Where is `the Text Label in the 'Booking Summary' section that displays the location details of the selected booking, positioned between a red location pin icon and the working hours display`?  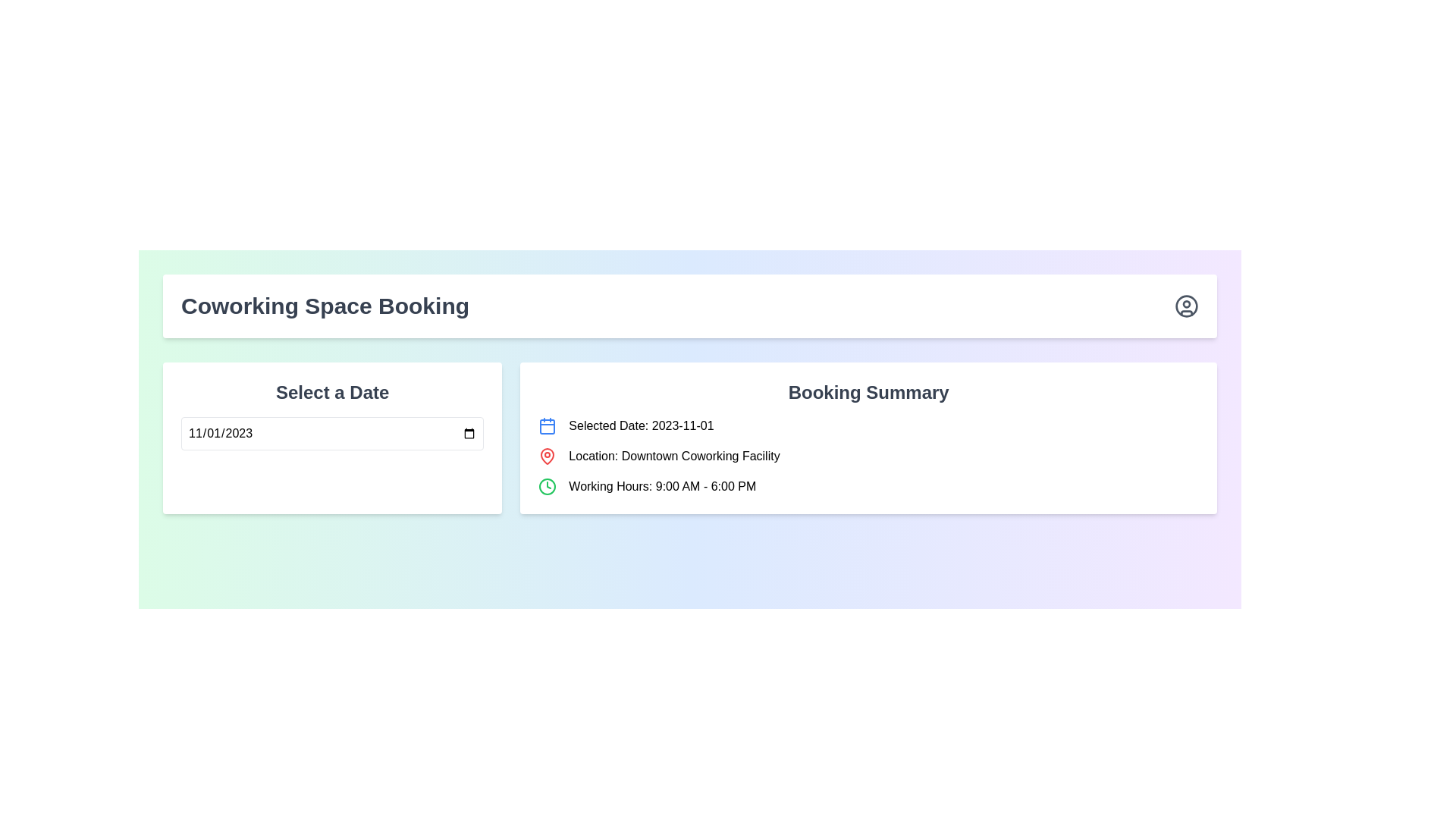
the Text Label in the 'Booking Summary' section that displays the location details of the selected booking, positioned between a red location pin icon and the working hours display is located at coordinates (673, 455).